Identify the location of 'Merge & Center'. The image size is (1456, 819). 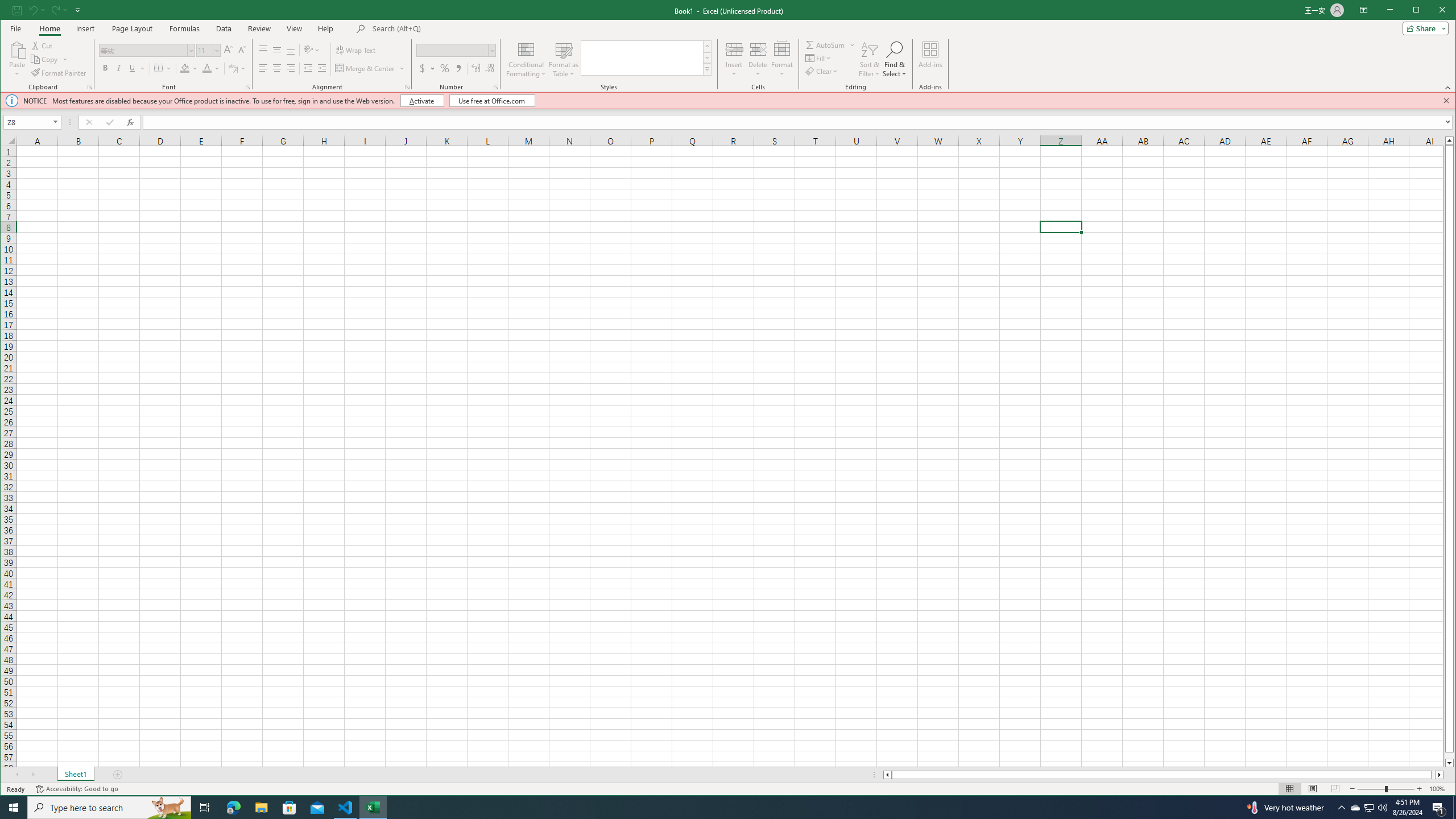
(365, 68).